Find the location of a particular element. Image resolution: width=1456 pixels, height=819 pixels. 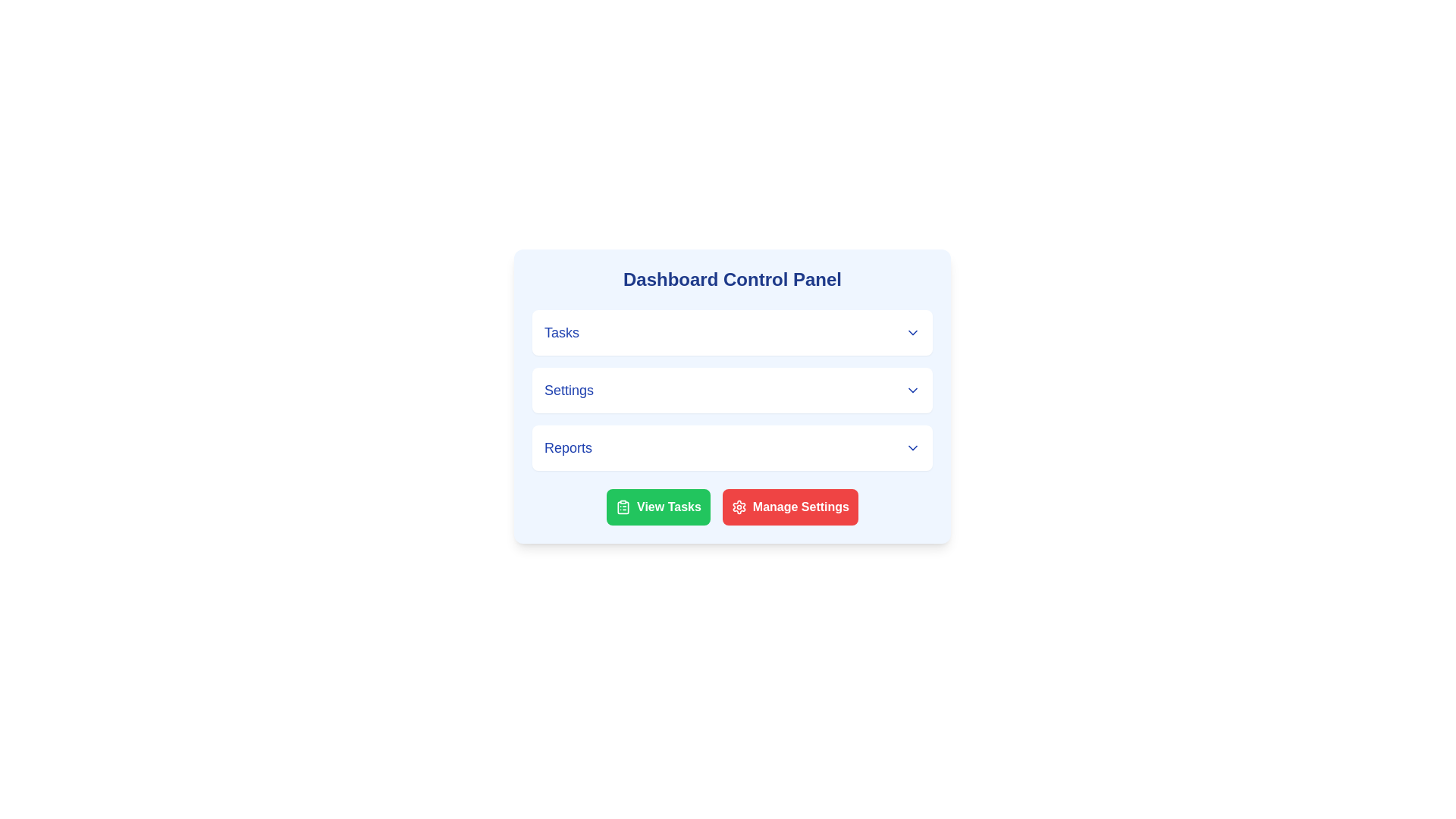

the green button labeled 'View Tasks' that contains the clipboard icon is located at coordinates (623, 507).